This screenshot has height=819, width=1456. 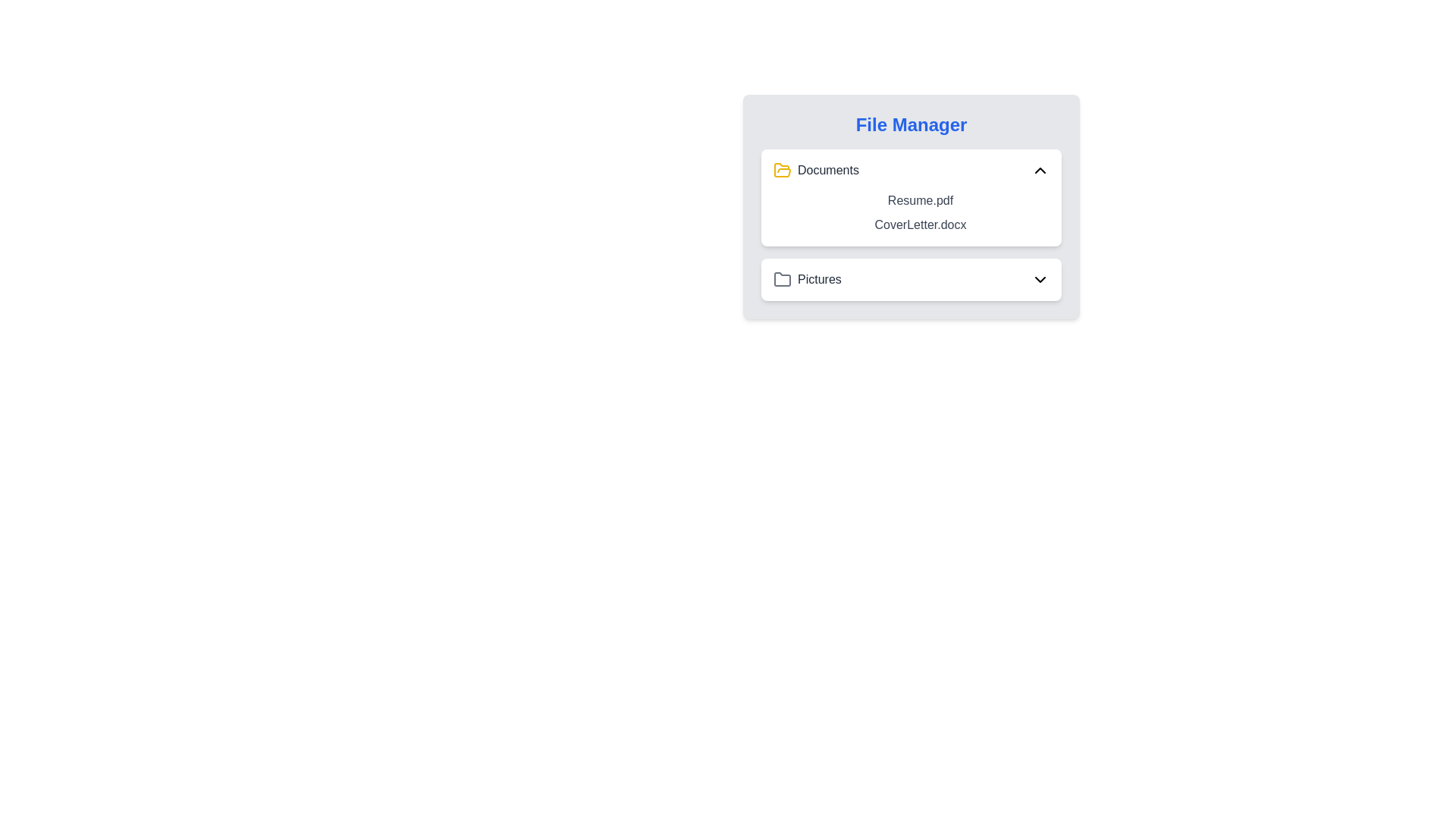 I want to click on the 'Pictures' folder icon, so click(x=783, y=278).